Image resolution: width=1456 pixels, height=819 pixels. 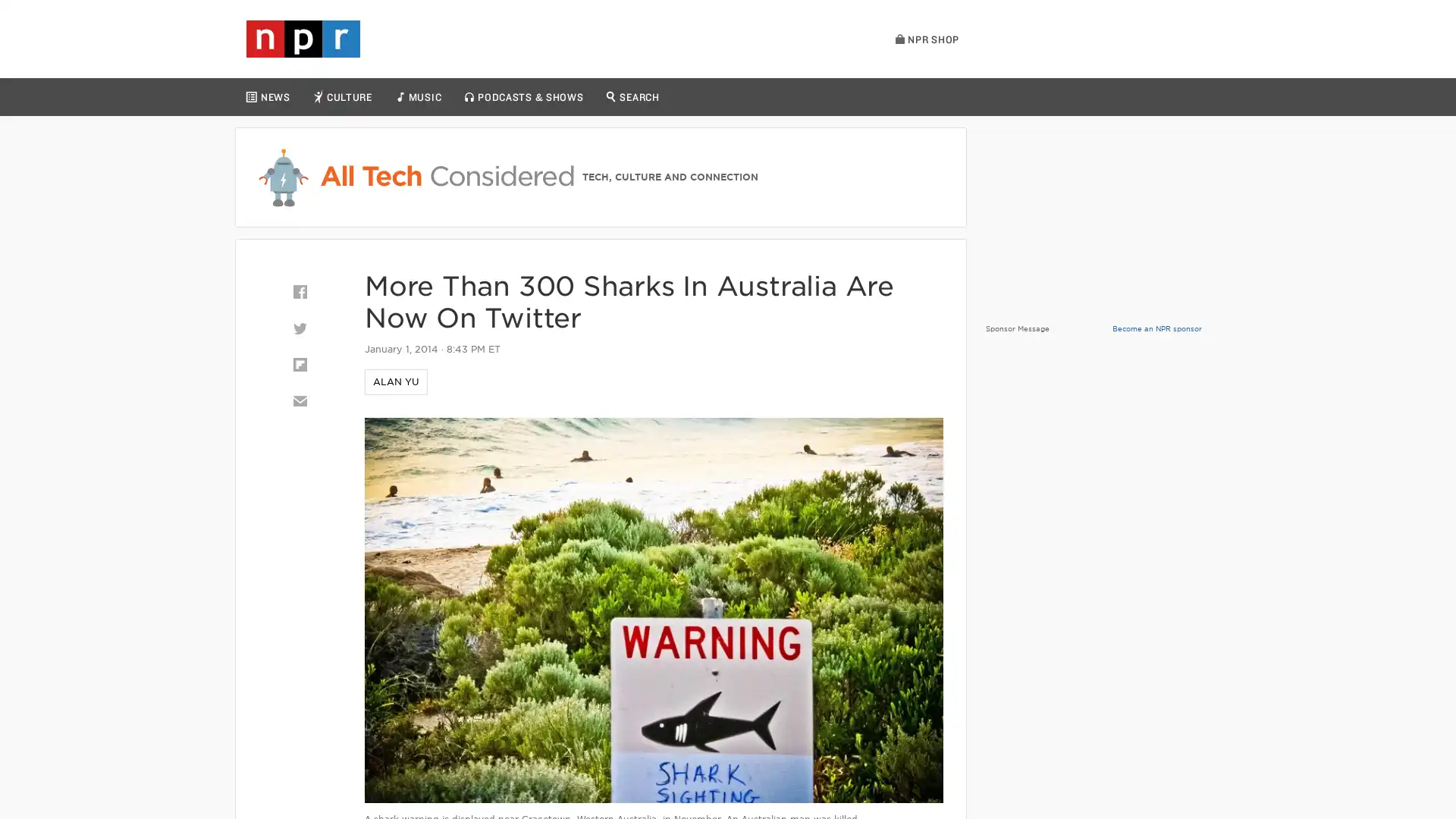 I want to click on PLAYLIST, so click(x=1172, y=97).